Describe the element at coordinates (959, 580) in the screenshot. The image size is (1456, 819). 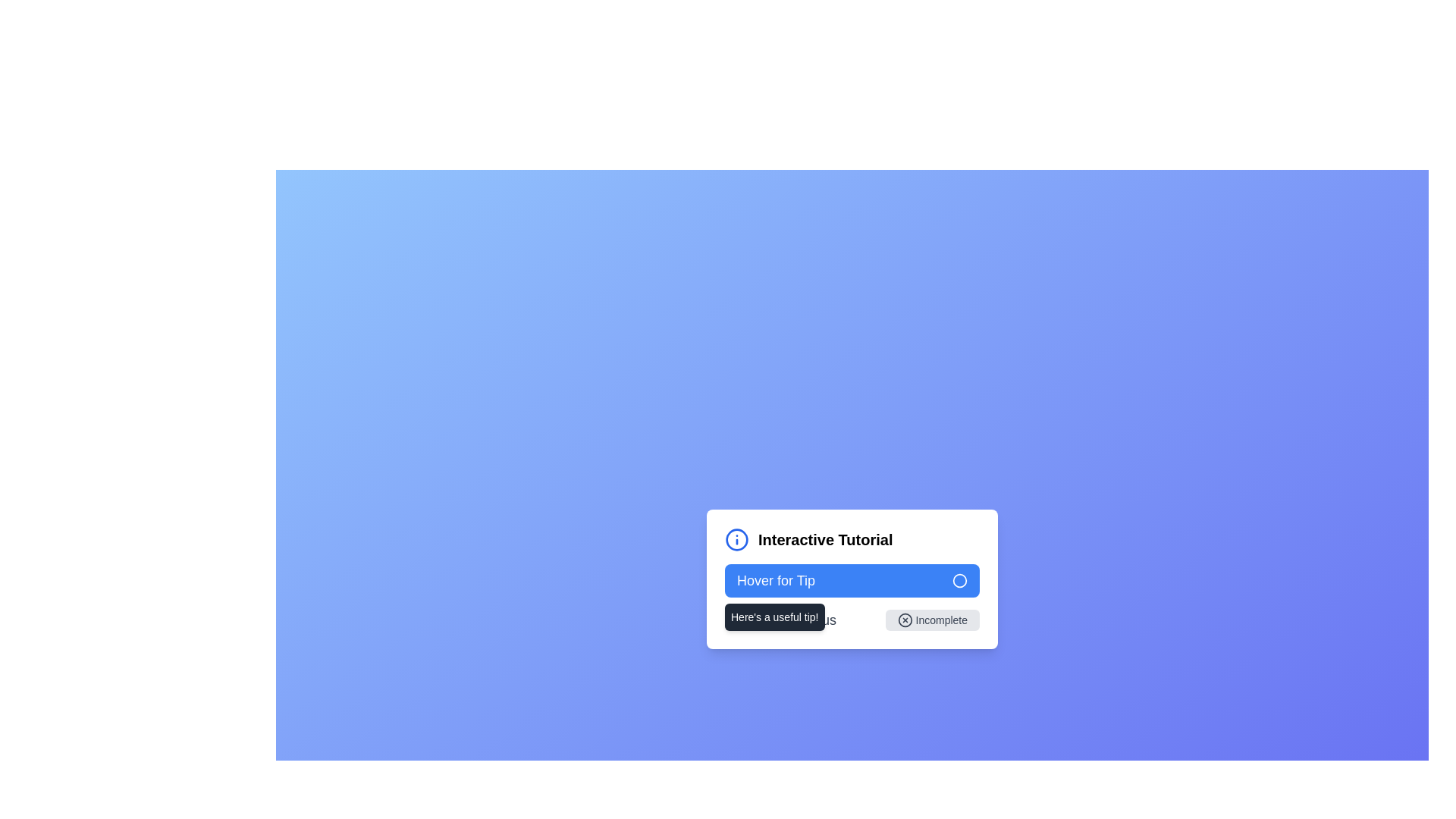
I see `the actionable icon located to the right of the text 'Hover for Tip' in the blue button` at that location.